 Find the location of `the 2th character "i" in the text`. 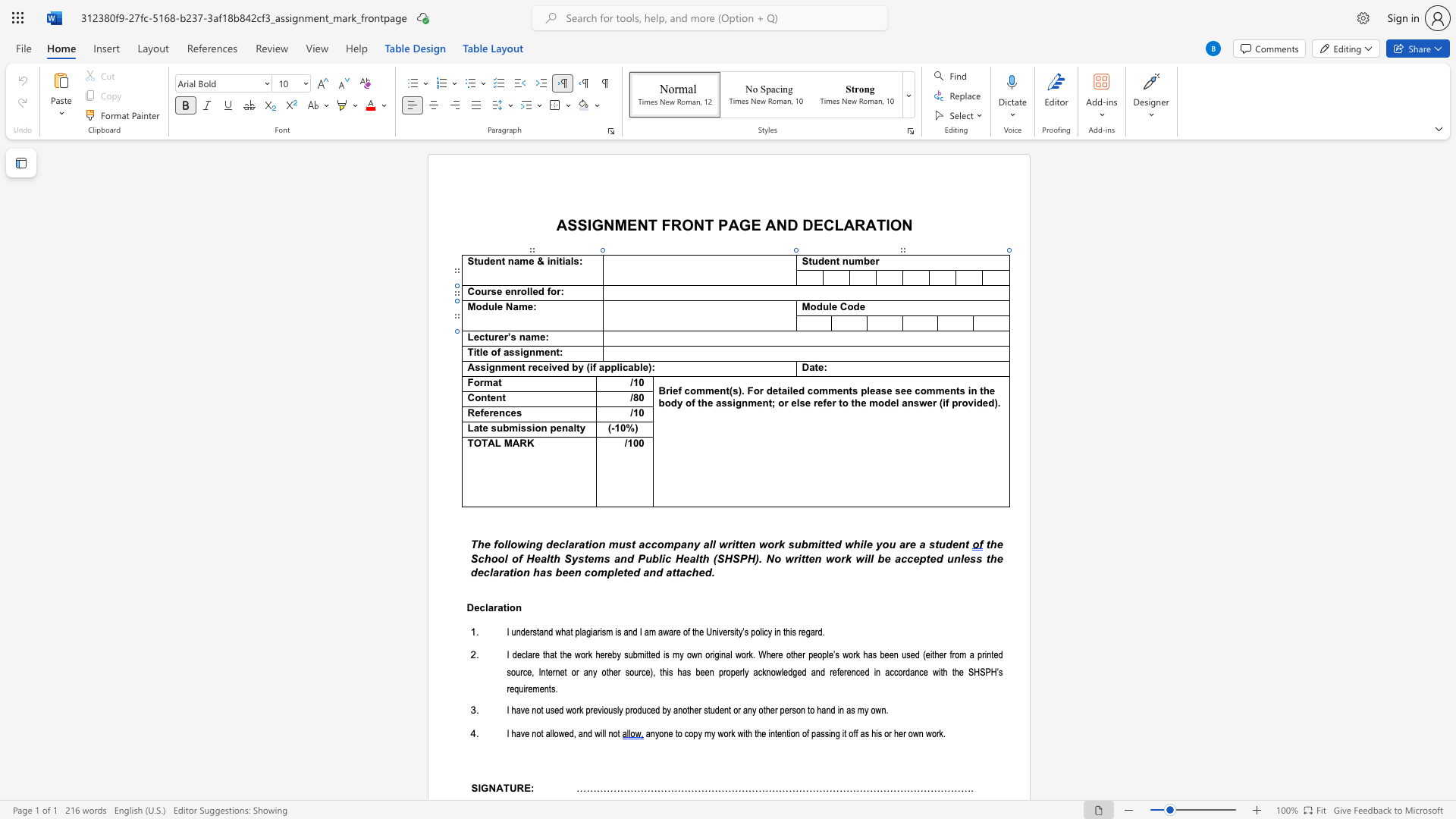

the 2th character "i" in the text is located at coordinates (549, 368).